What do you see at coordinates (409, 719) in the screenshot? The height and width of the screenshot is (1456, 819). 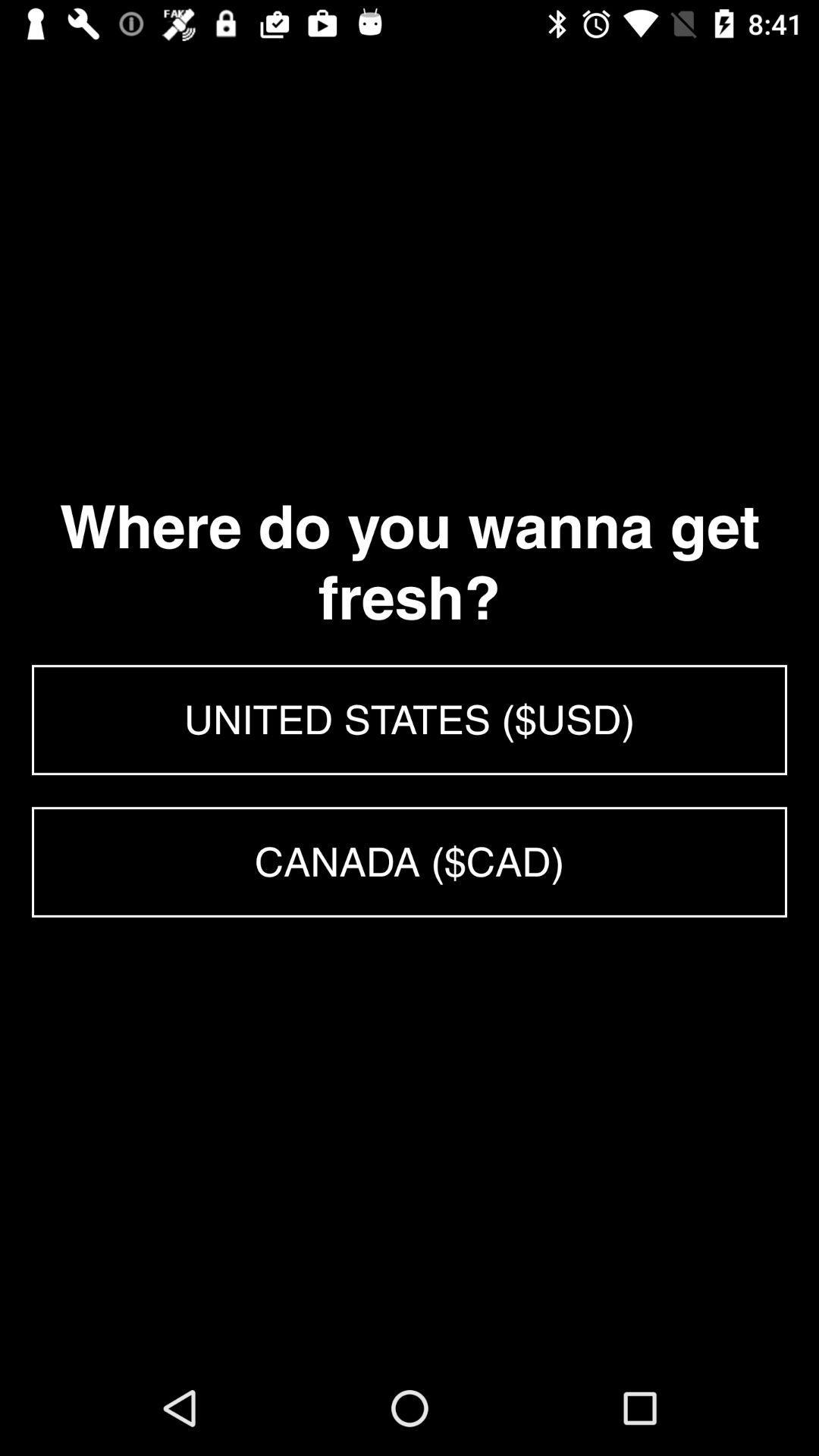 I see `icon above the canada ($cad) icon` at bounding box center [409, 719].